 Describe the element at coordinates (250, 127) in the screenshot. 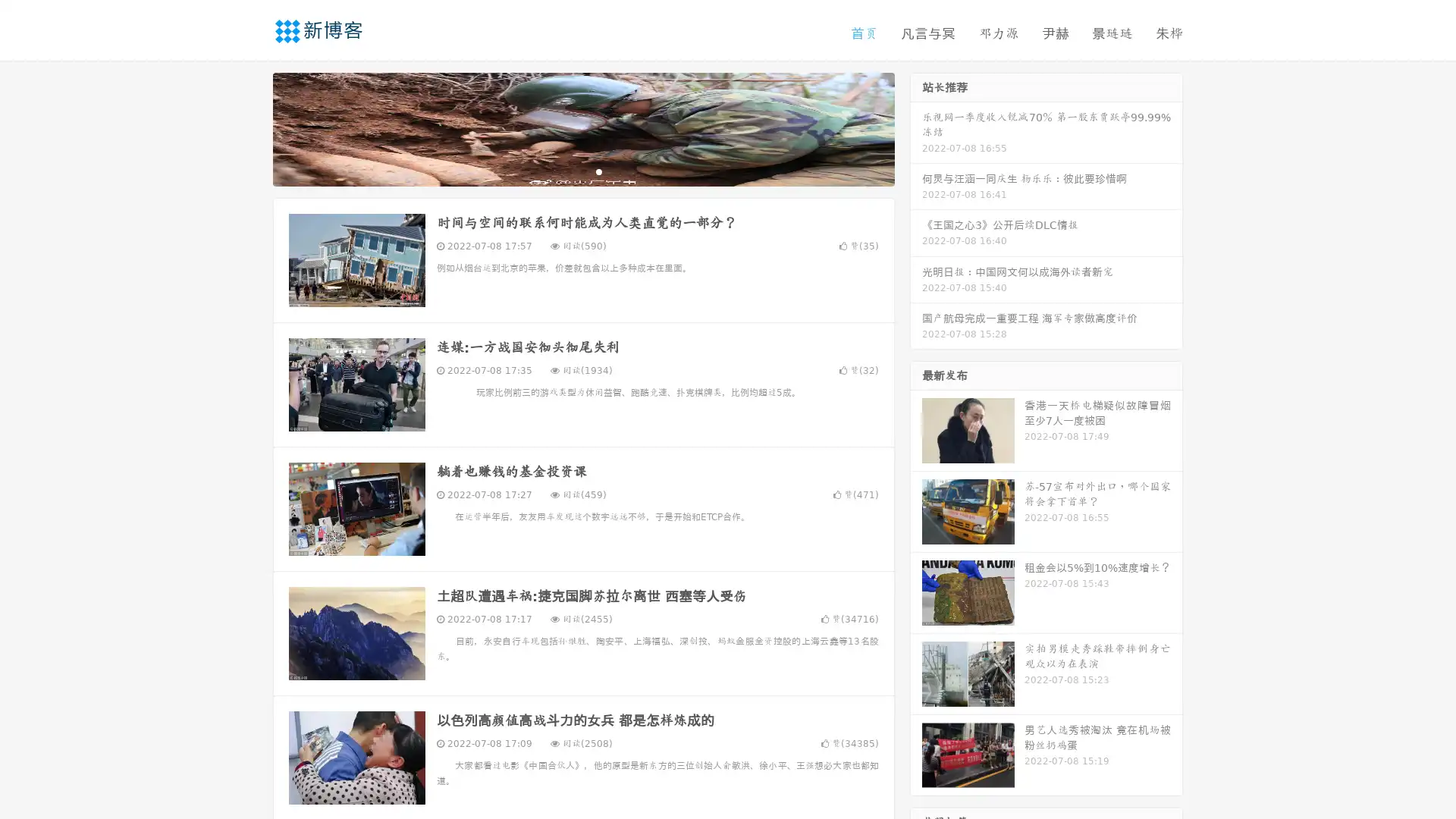

I see `Previous slide` at that location.